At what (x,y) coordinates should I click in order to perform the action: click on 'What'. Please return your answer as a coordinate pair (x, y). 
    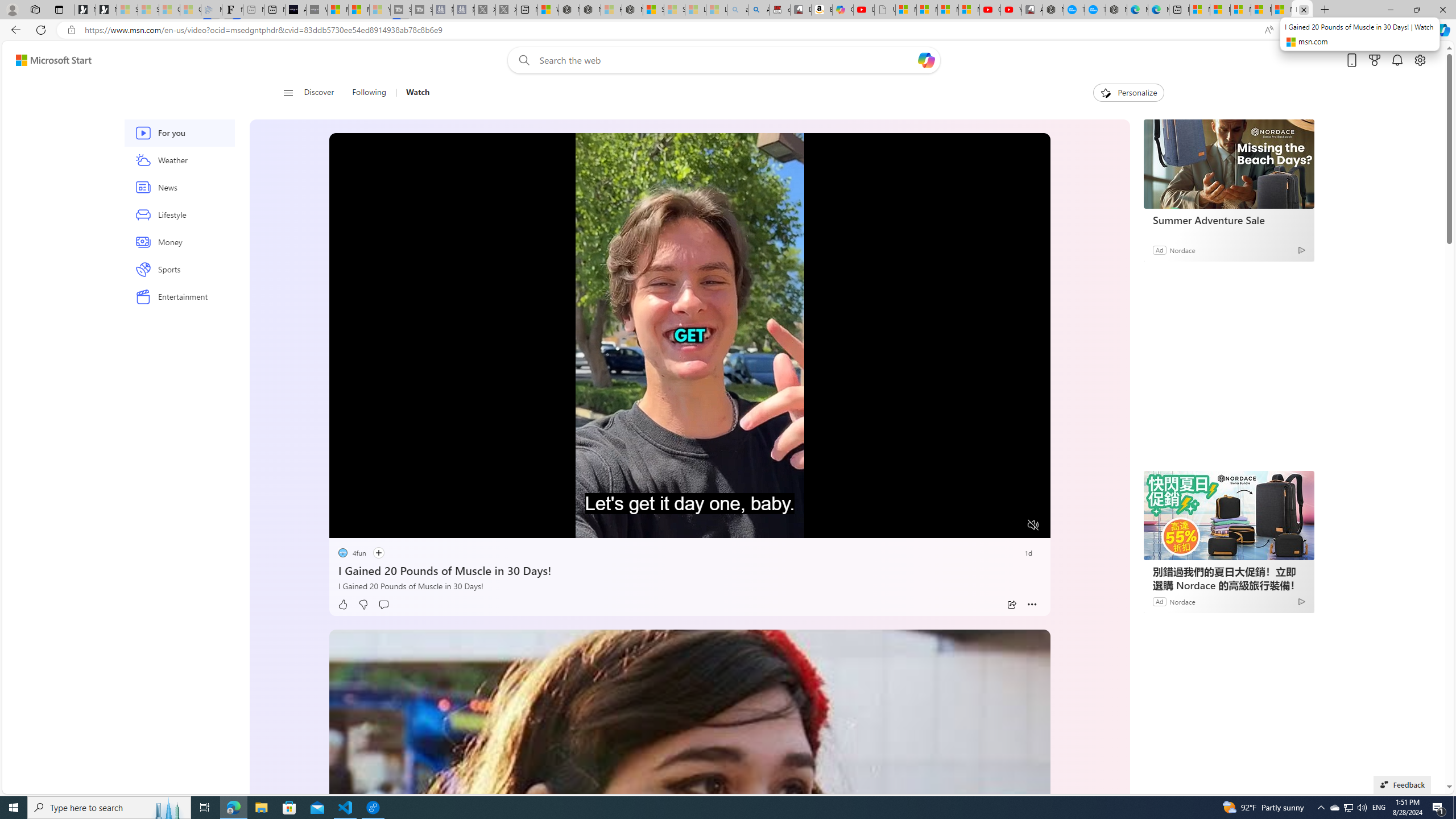
    Looking at the image, I should click on (316, 9).